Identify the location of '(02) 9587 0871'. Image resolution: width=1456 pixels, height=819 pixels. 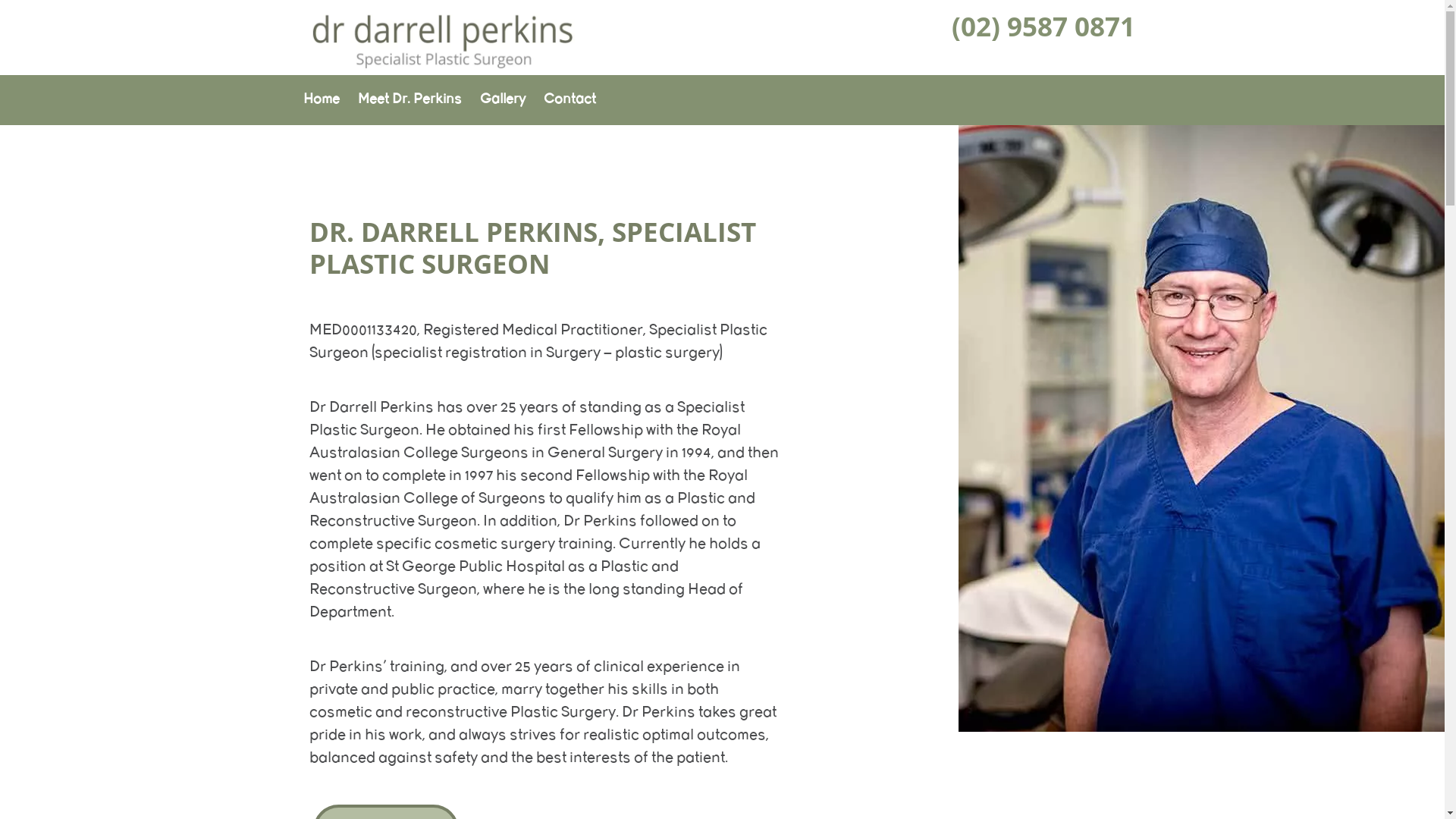
(1043, 26).